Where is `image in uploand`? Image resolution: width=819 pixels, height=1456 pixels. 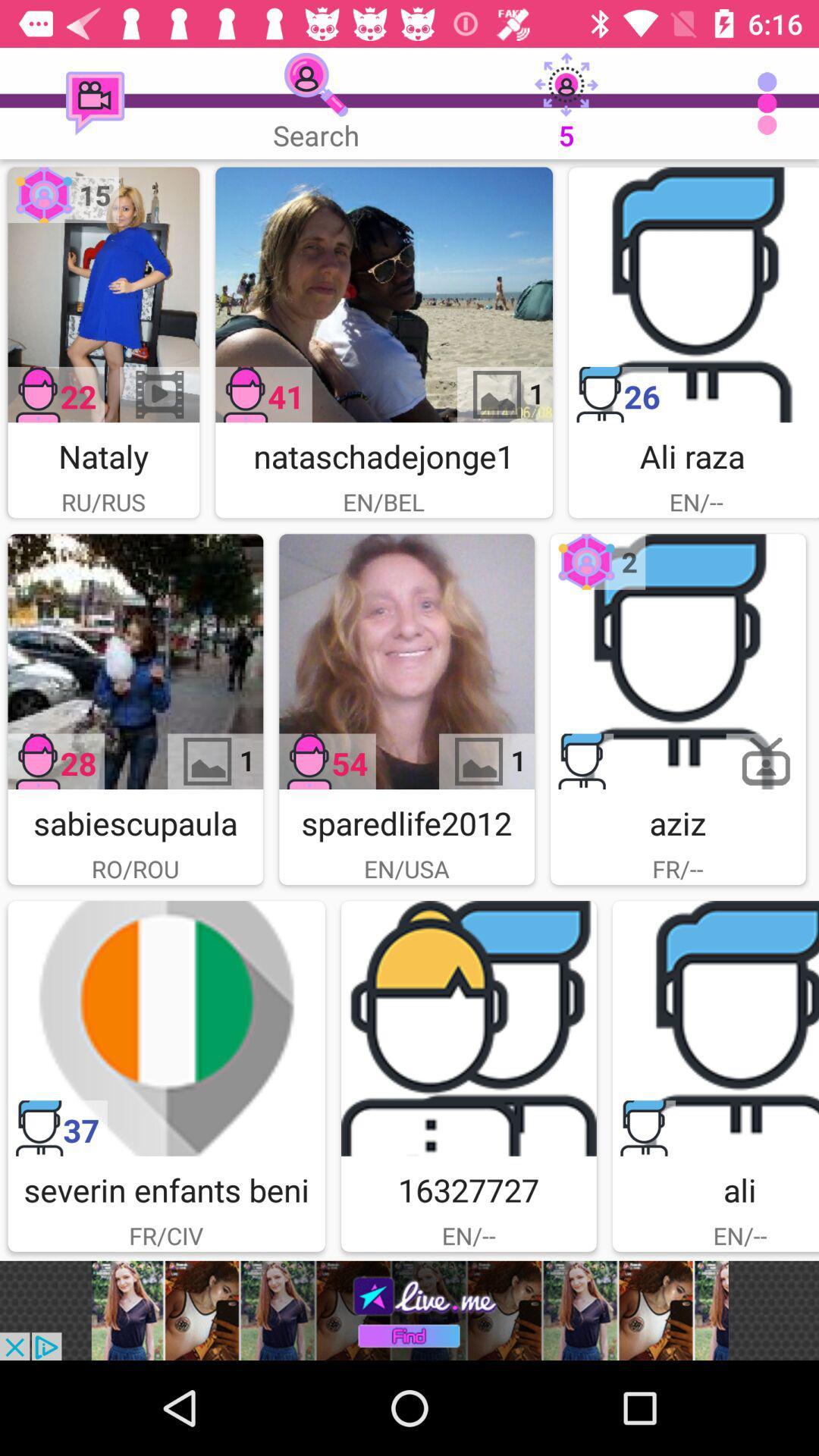
image in uploand is located at coordinates (677, 661).